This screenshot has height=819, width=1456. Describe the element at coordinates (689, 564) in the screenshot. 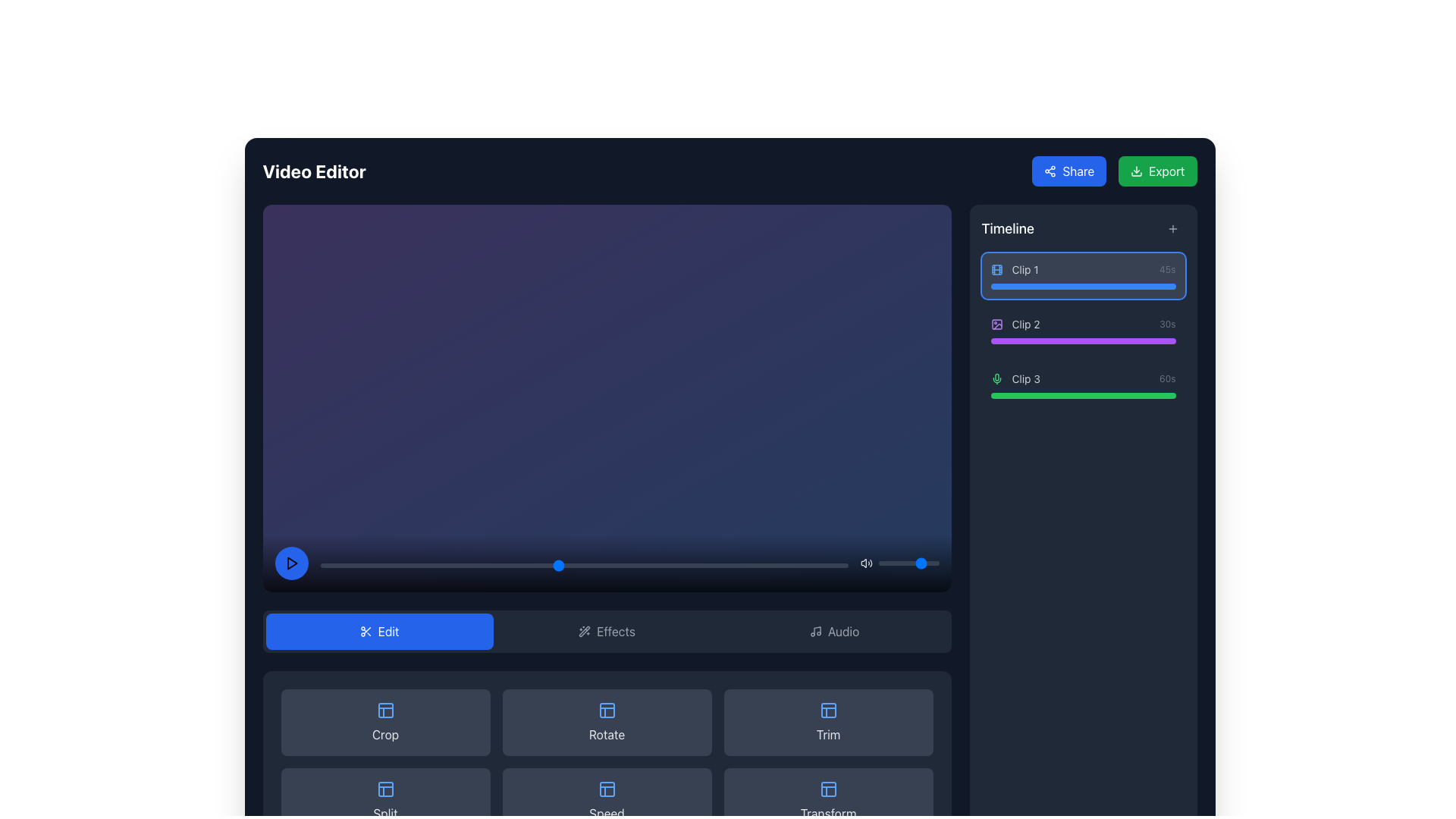

I see `slider value` at that location.